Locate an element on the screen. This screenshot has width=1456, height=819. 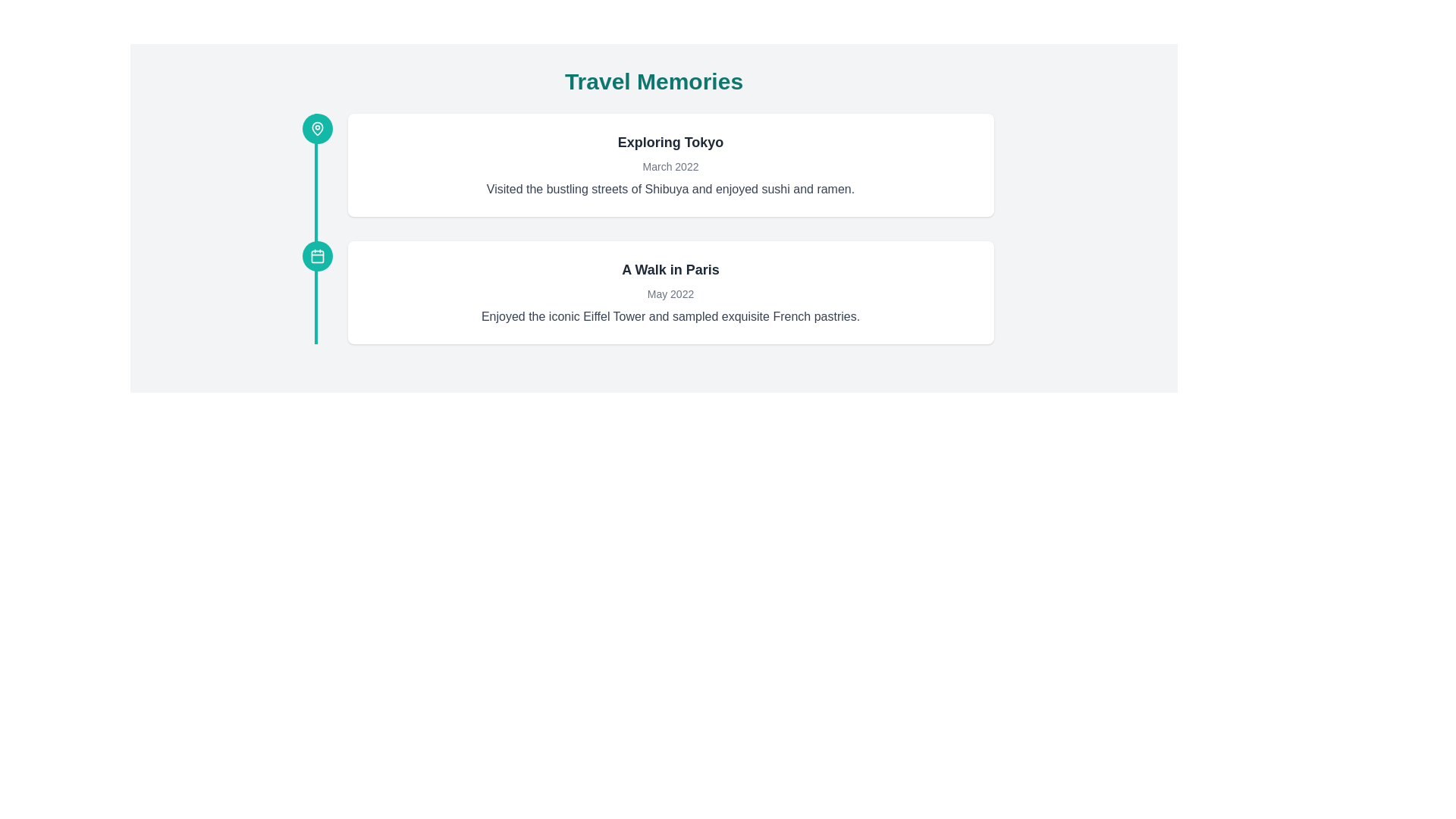
the static text label displaying the timestamp 'March 2022', which is positioned below the title 'Exploring Tokyo' in the upper part of the interface is located at coordinates (670, 166).